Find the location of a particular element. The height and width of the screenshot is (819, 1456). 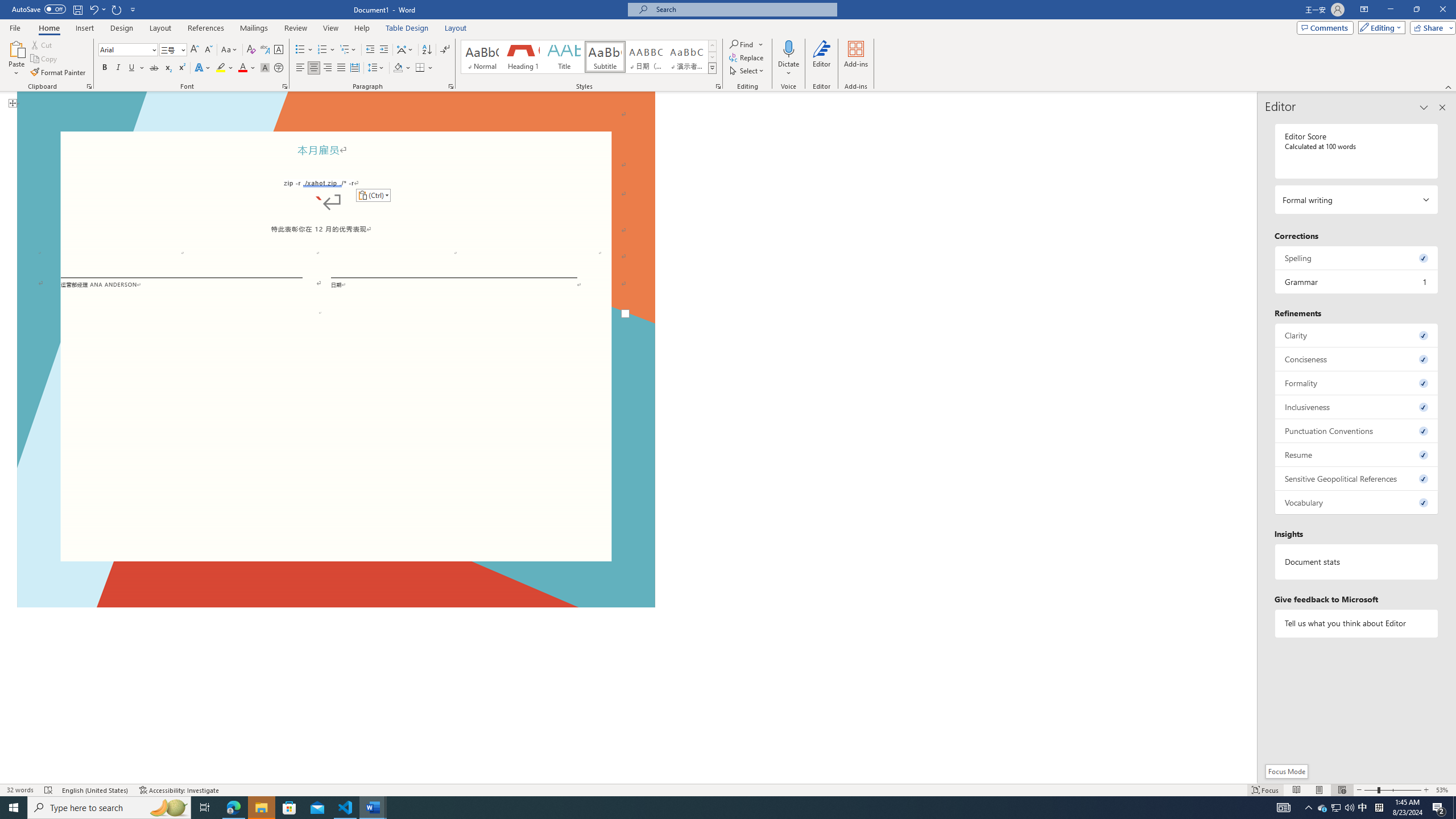

'Spelling, 0 issues. Press space or enter to review items.' is located at coordinates (1356, 257).